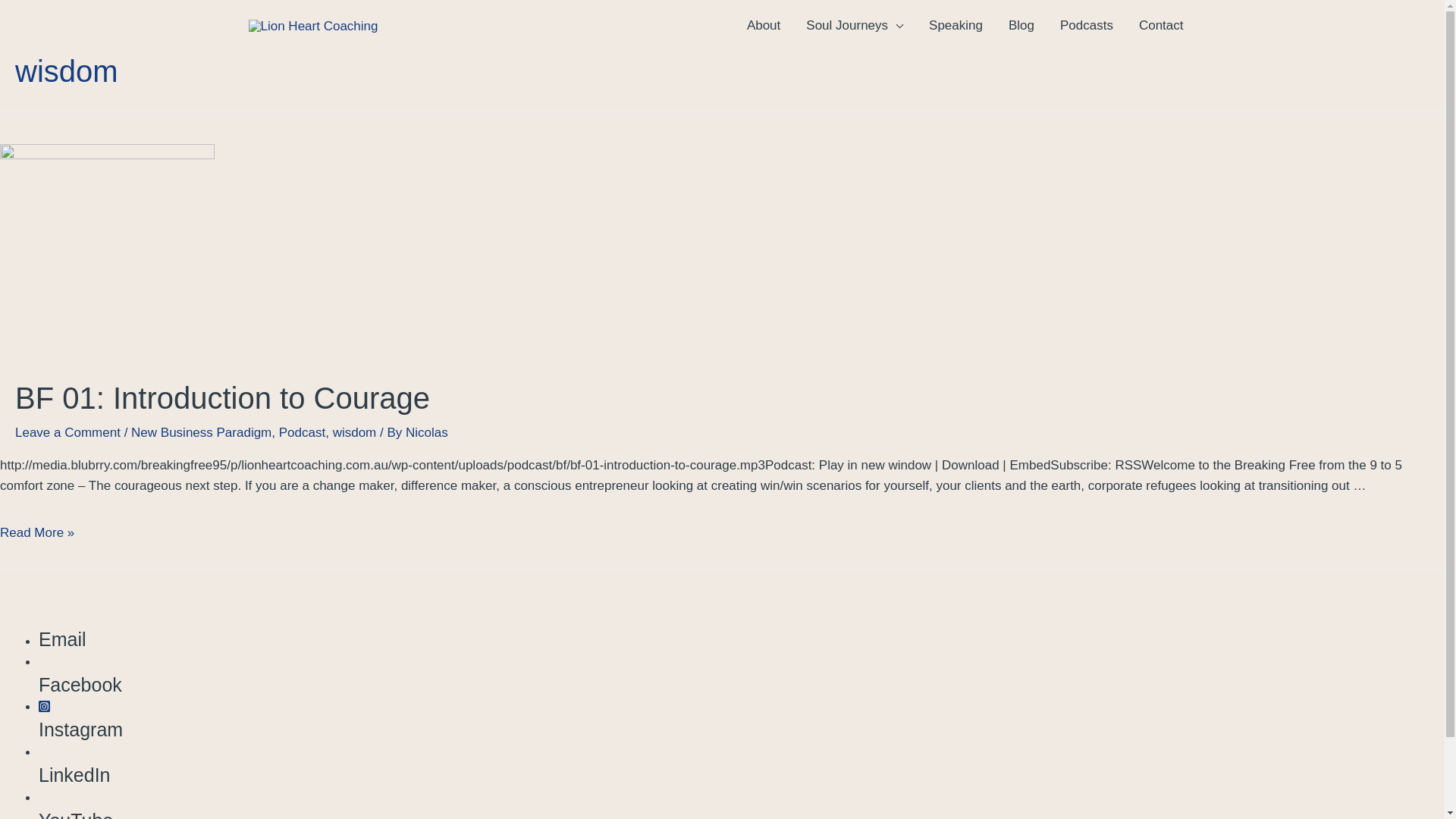  Describe the element at coordinates (1086, 26) in the screenshot. I see `'Podcasts'` at that location.